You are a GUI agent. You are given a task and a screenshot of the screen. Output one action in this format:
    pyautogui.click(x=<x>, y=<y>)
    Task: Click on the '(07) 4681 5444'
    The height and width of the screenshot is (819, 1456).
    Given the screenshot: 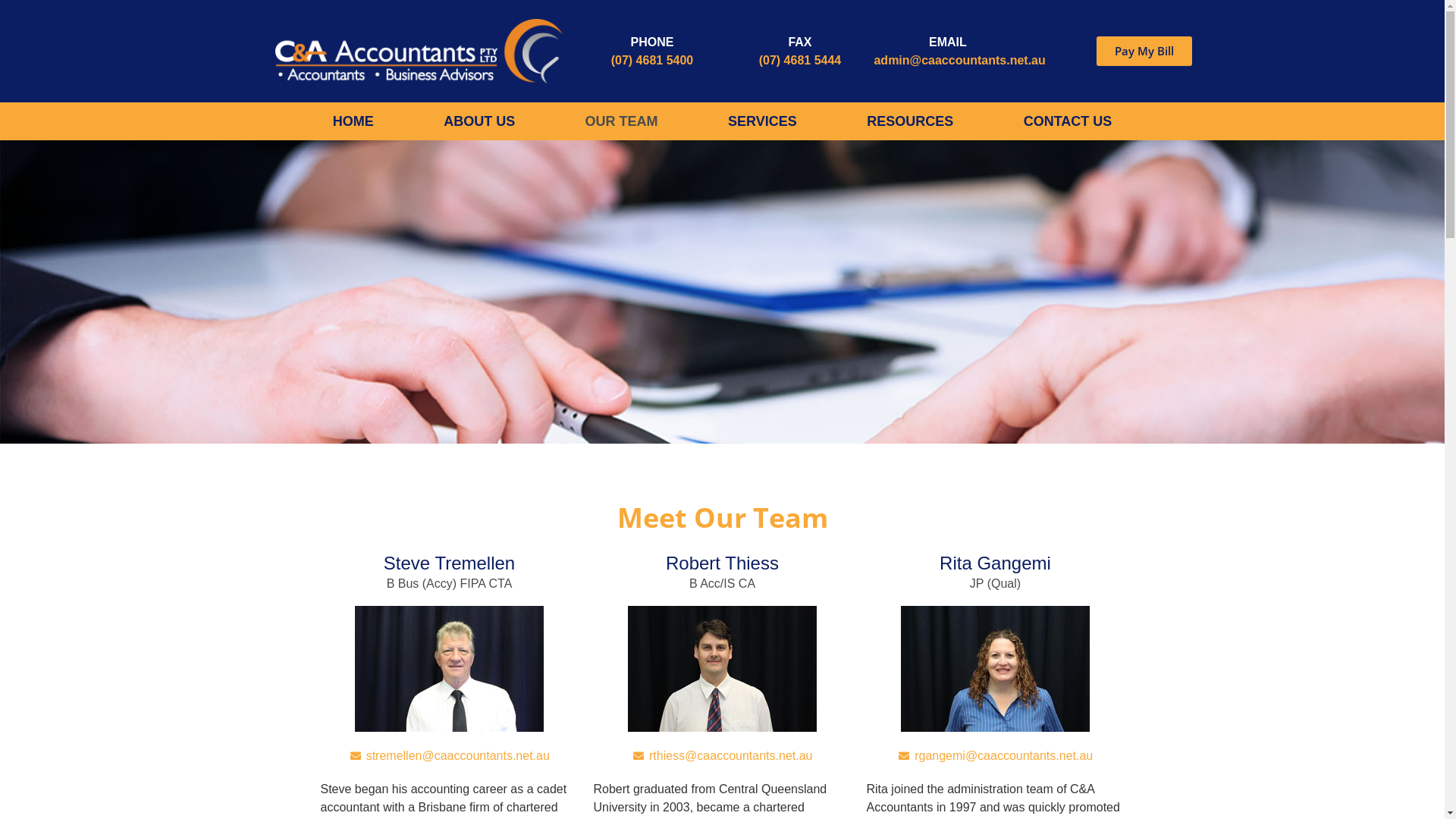 What is the action you would take?
    pyautogui.click(x=799, y=59)
    